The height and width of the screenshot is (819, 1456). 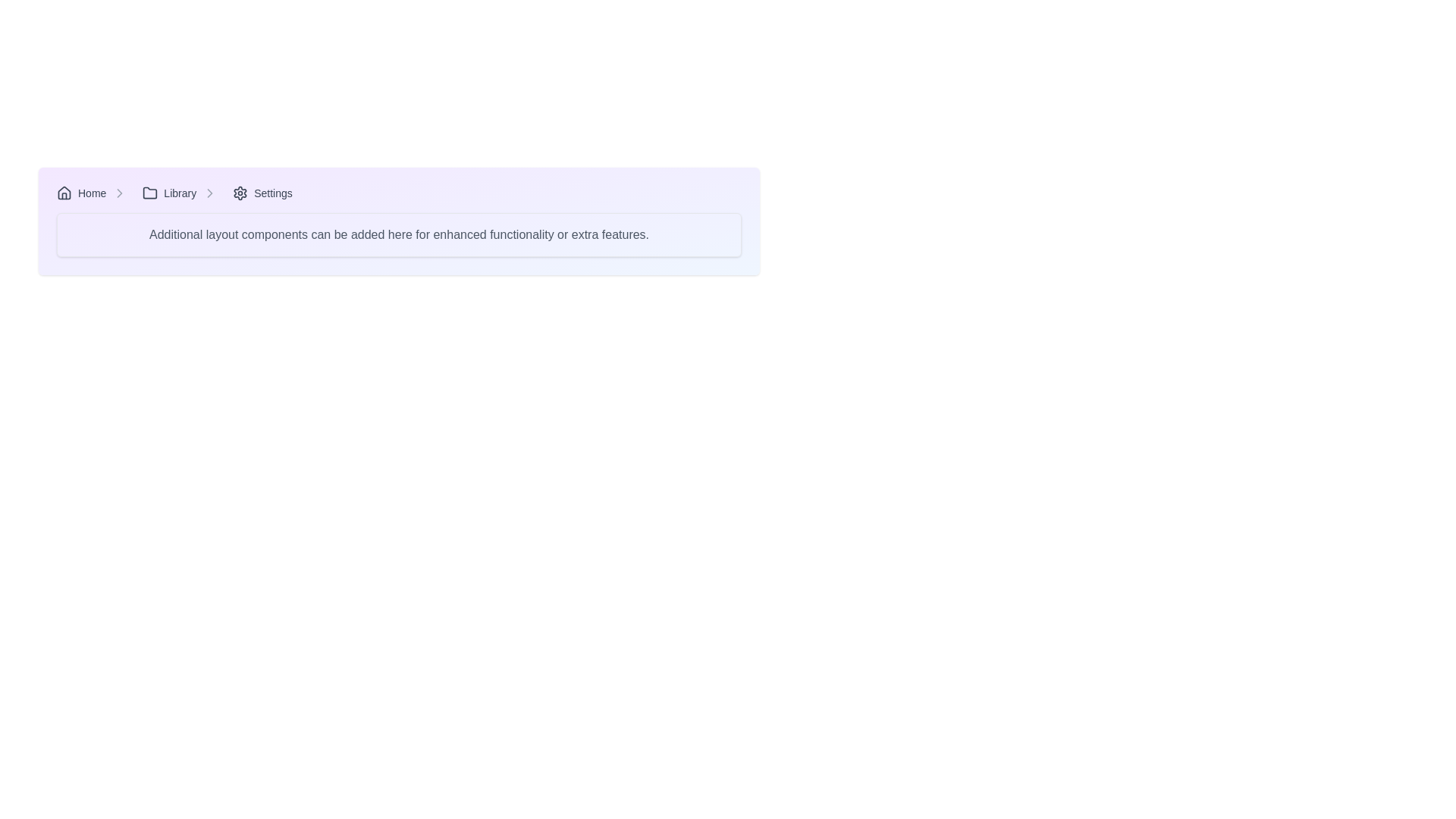 I want to click on the Settings Icon, which resembles a gear and is the leftmost component of the 'Settings' link in the navigation bar, so click(x=240, y=192).